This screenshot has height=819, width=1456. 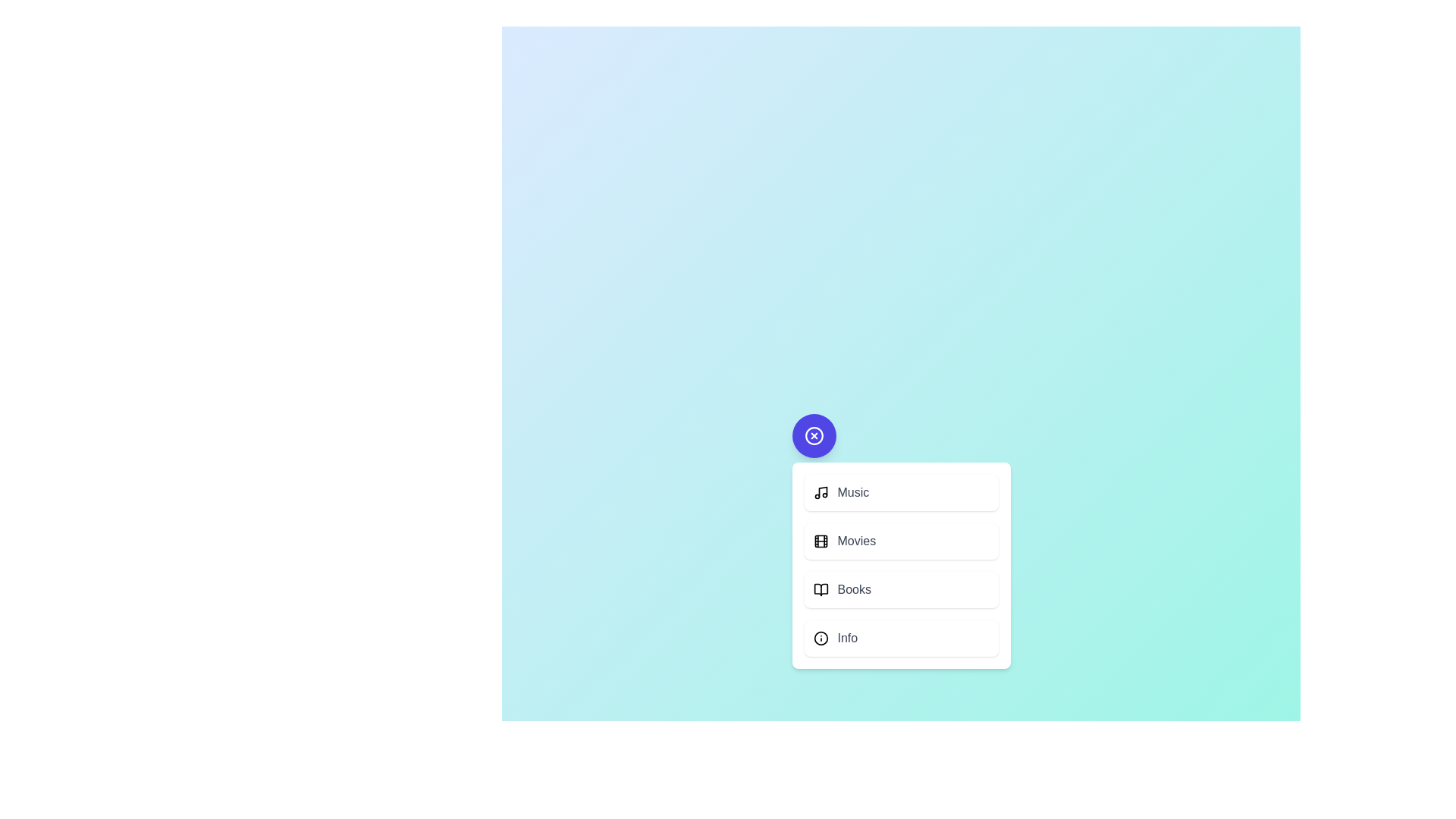 I want to click on the action 'Music' from the menu, so click(x=901, y=493).